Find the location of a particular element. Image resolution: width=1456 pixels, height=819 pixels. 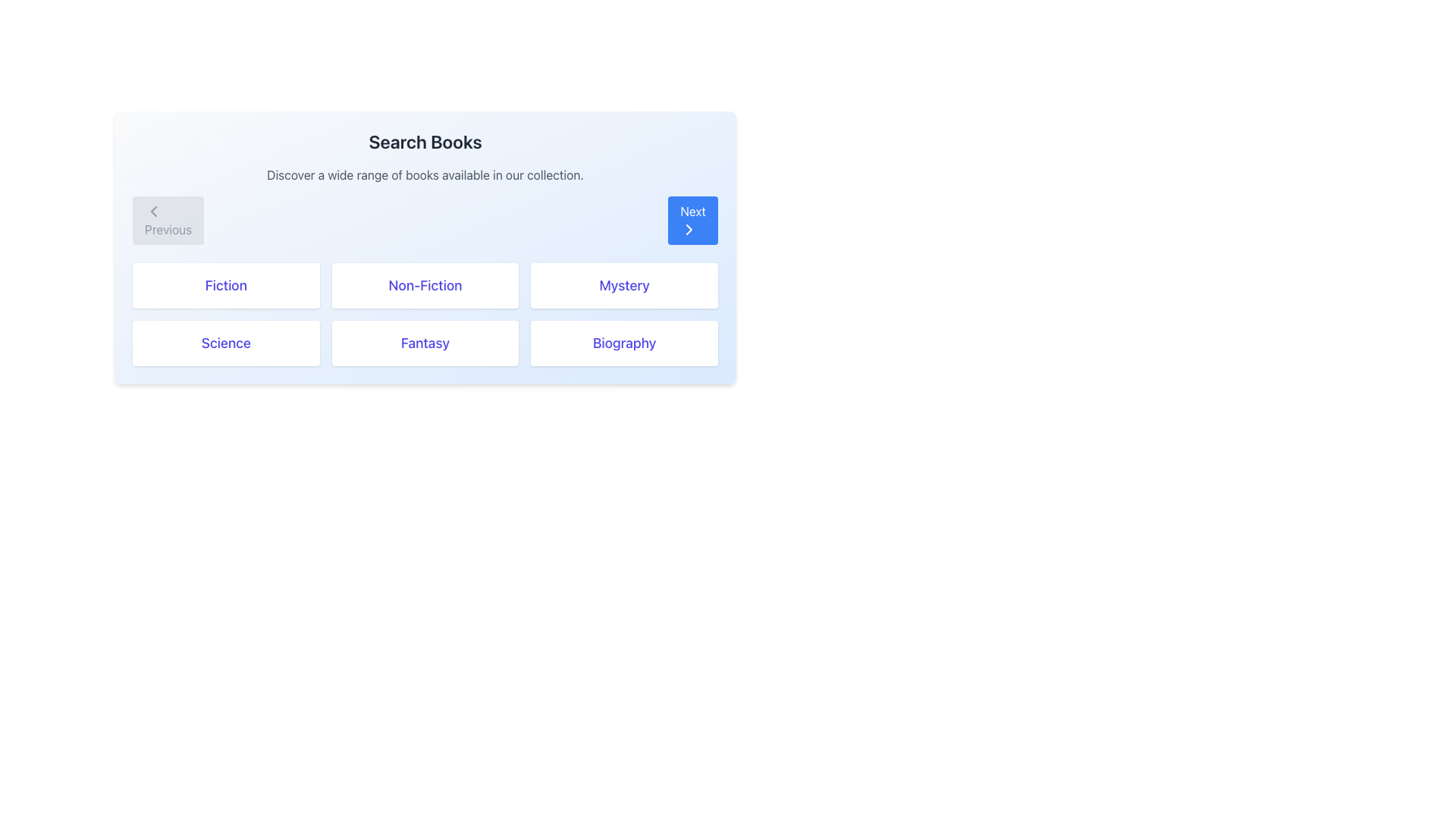

the descriptive text providing information about the book collection, located beneath the 'Search Books' heading and above the navigation controls is located at coordinates (425, 174).